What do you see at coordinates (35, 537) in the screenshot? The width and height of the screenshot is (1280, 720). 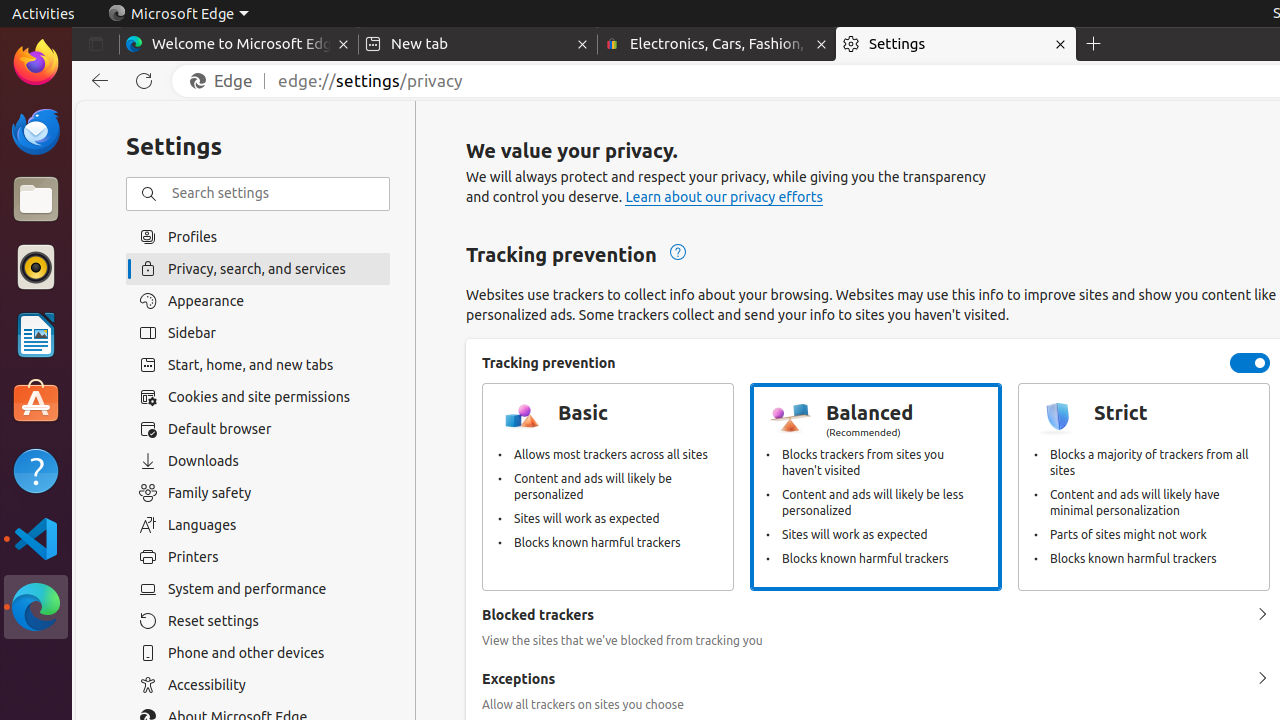 I see `'Visual Studio Code'` at bounding box center [35, 537].